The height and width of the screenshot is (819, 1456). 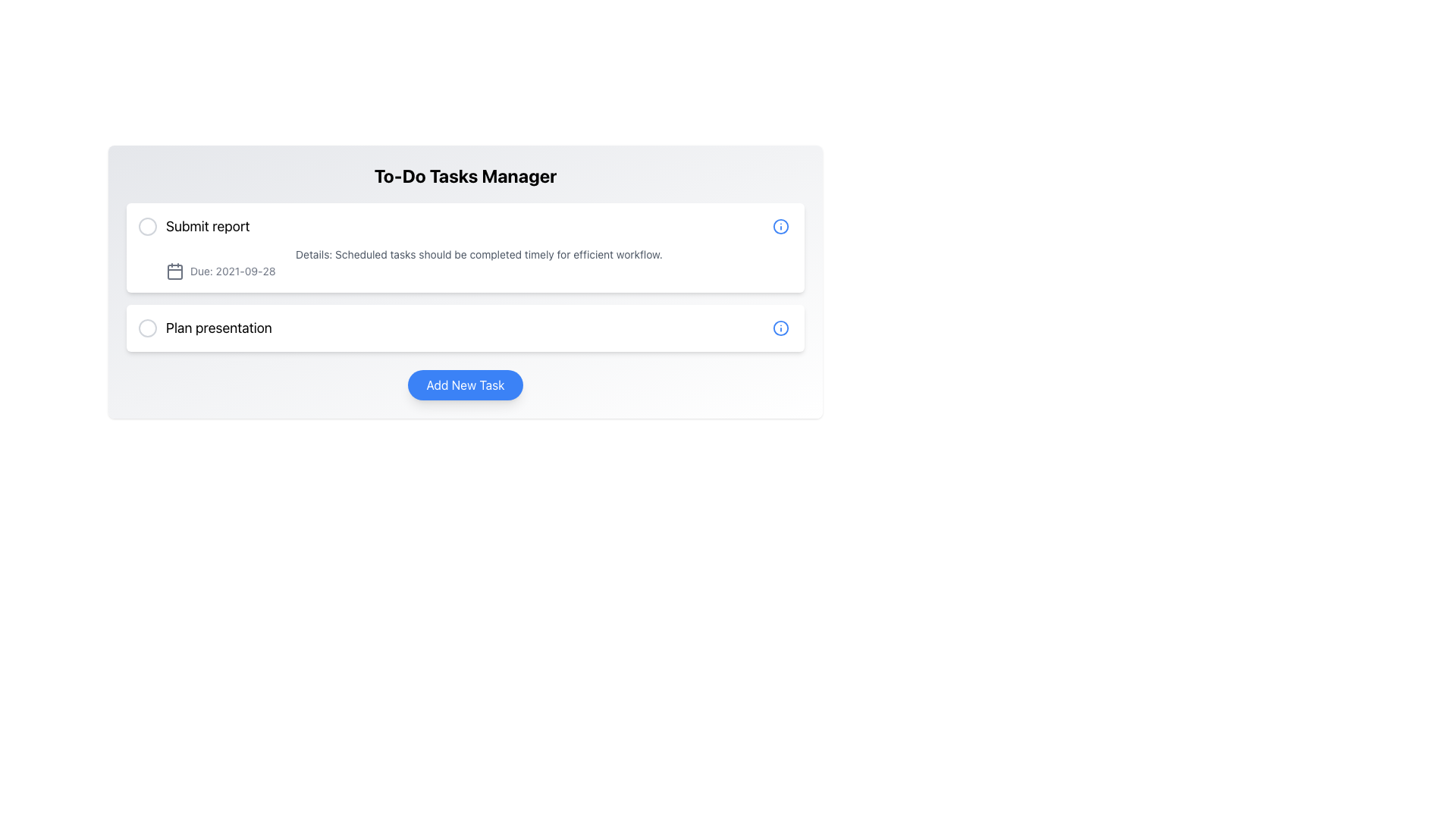 What do you see at coordinates (781, 227) in the screenshot?
I see `the information icon resembling a circled 'i' located in the top-right corner of the 'Submit Report' task component` at bounding box center [781, 227].